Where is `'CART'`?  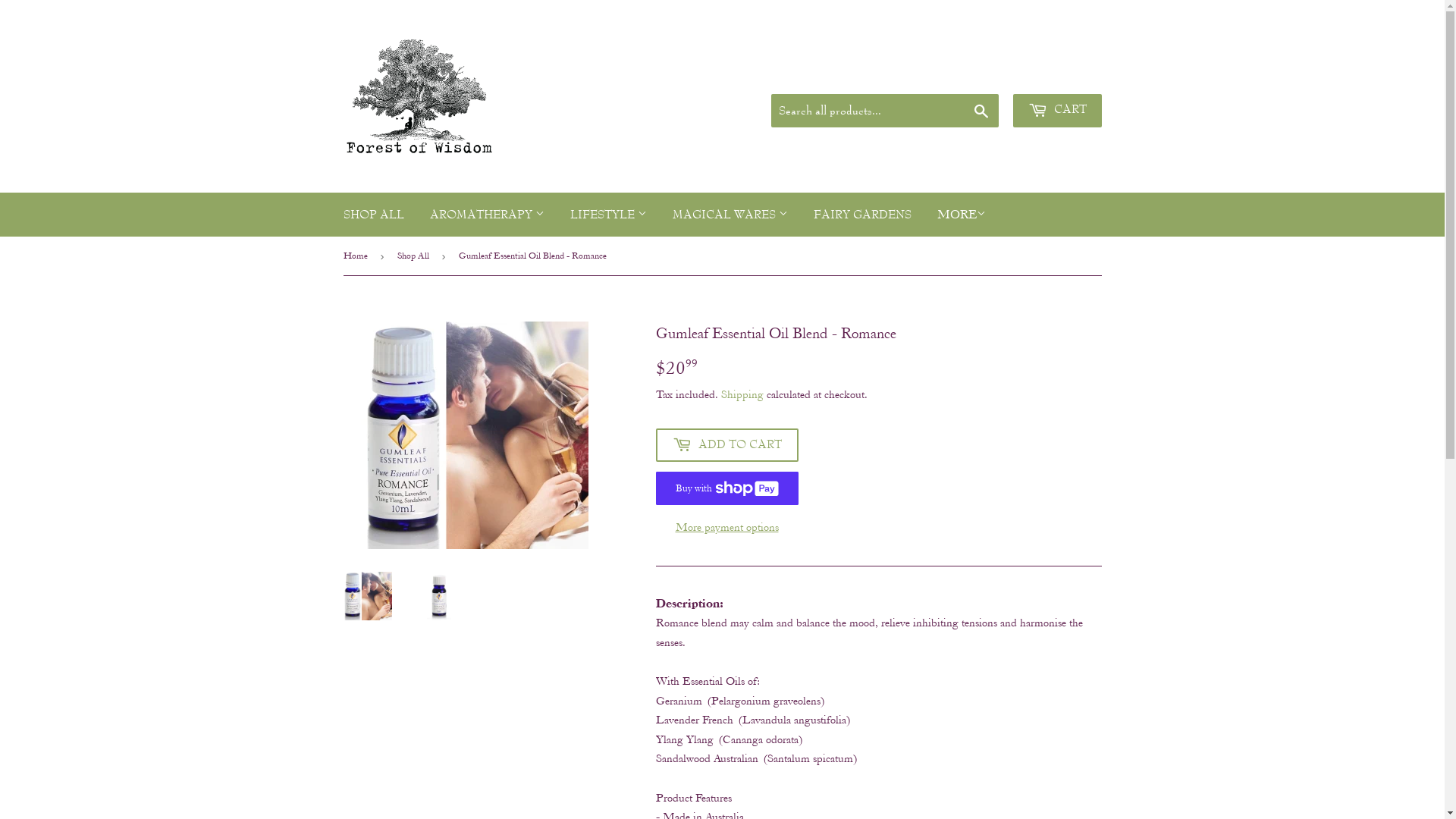 'CART' is located at coordinates (1056, 110).